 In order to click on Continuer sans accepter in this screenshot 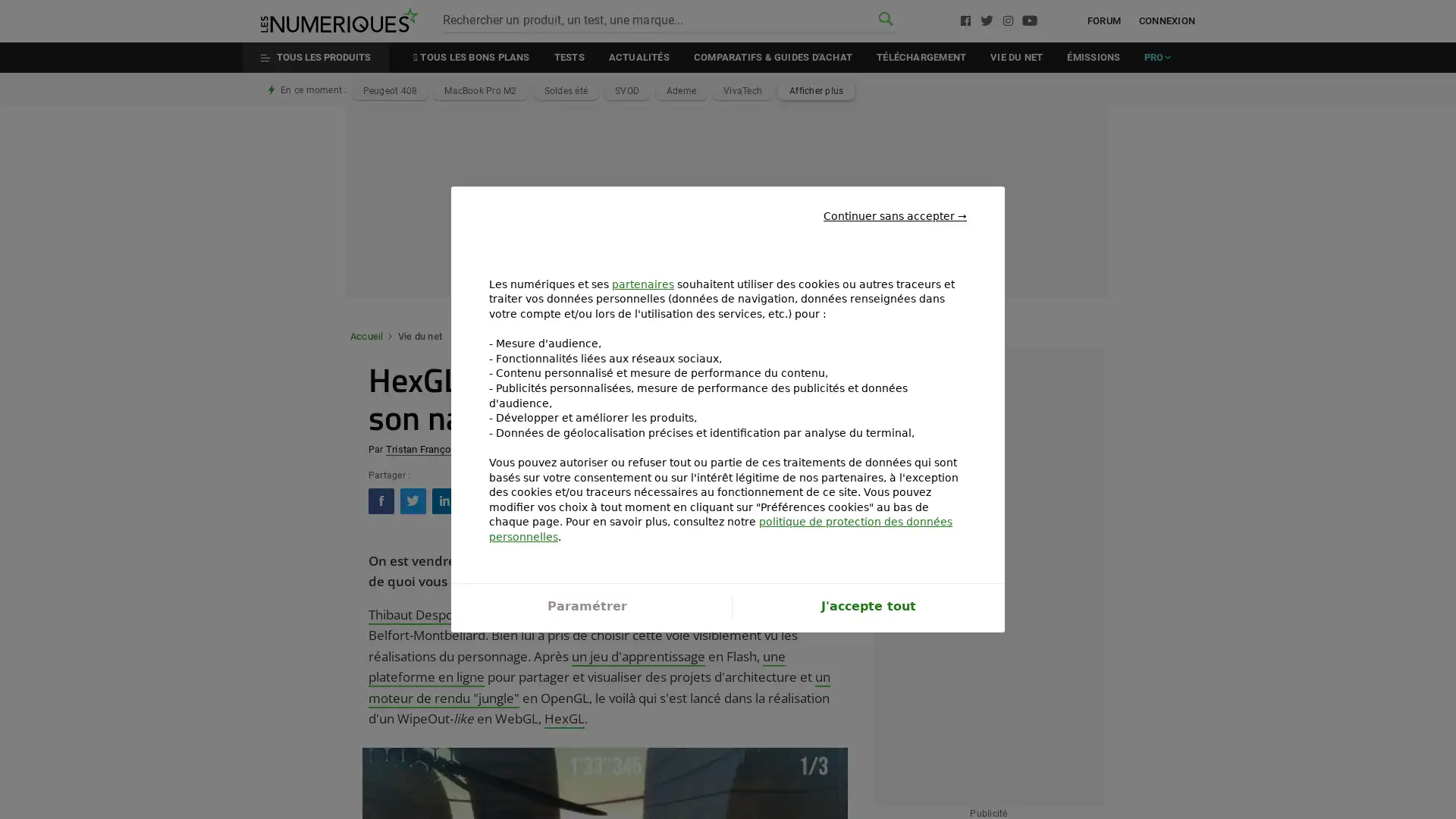, I will do `click(895, 202)`.